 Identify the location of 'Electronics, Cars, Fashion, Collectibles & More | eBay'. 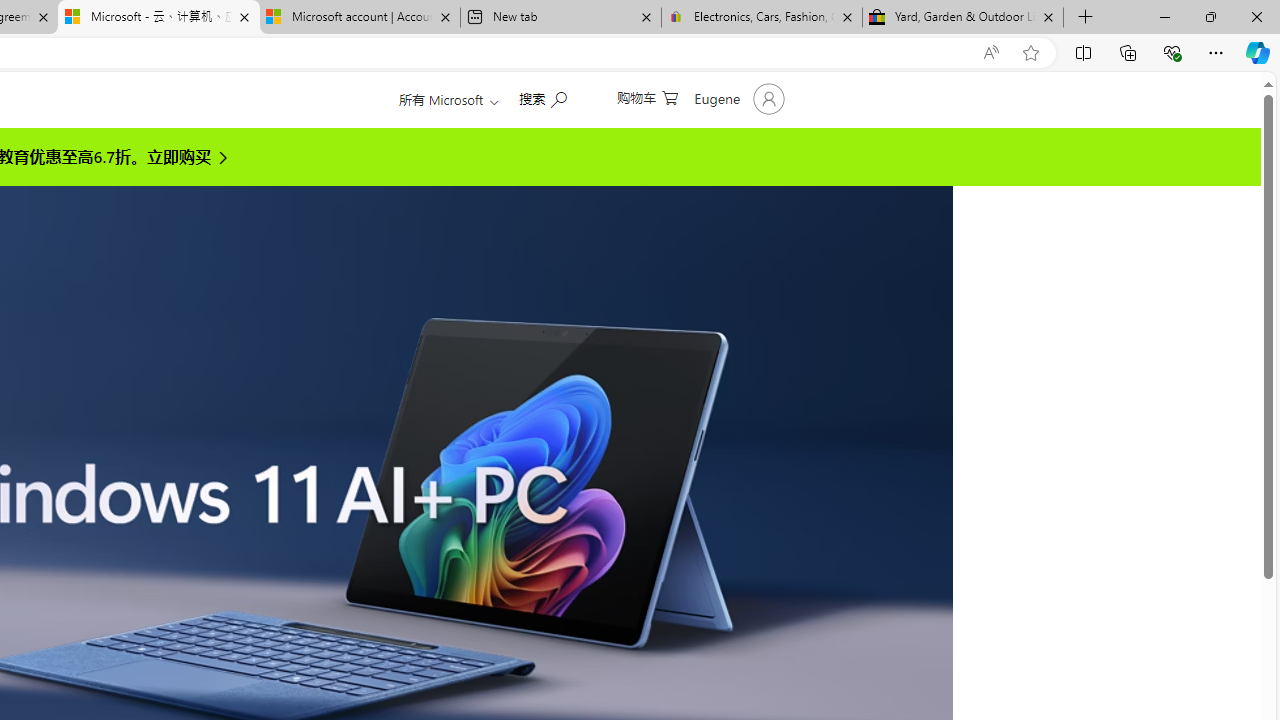
(760, 17).